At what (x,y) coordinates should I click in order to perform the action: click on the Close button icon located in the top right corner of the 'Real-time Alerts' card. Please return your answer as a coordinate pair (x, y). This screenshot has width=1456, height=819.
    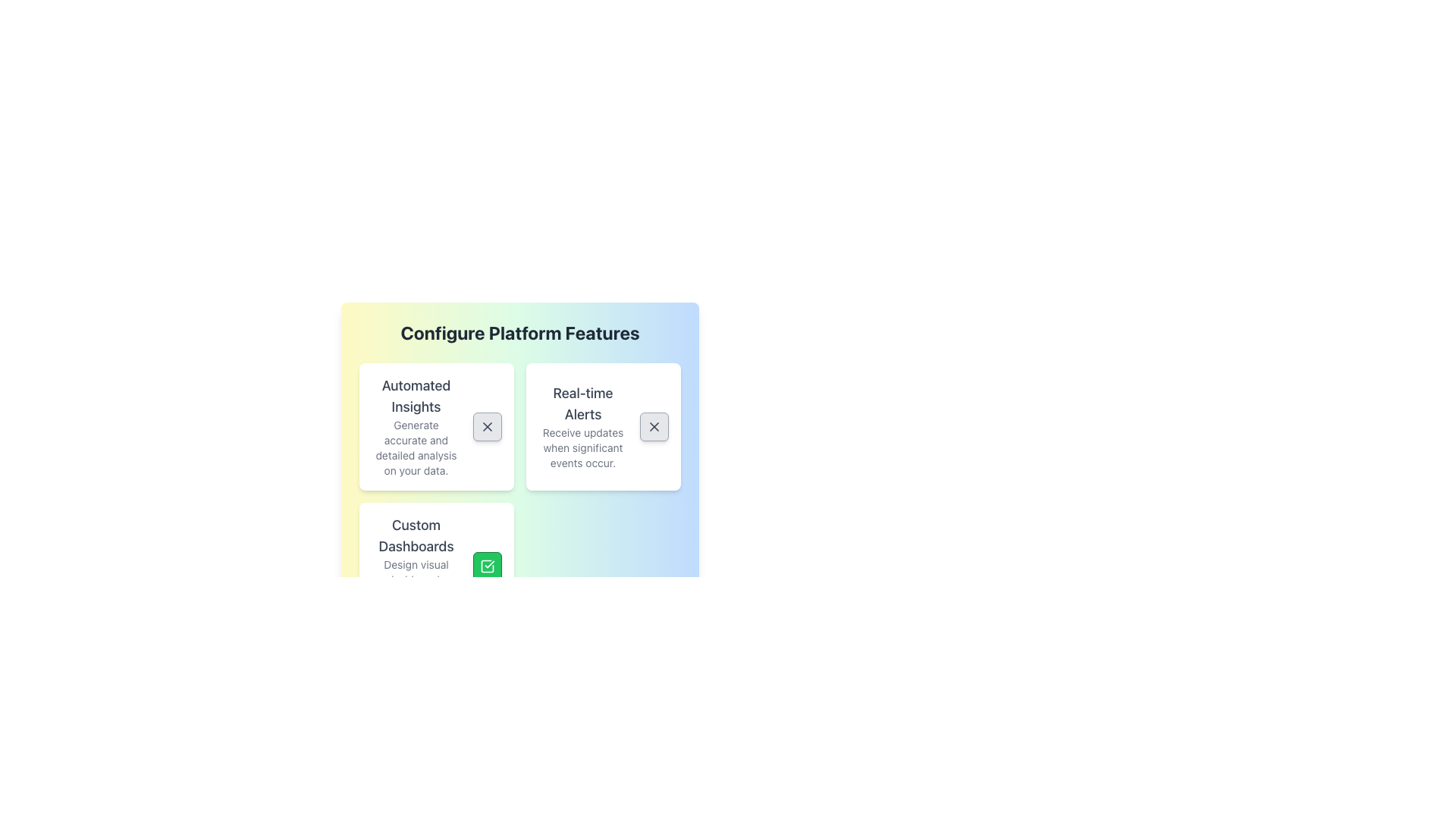
    Looking at the image, I should click on (654, 427).